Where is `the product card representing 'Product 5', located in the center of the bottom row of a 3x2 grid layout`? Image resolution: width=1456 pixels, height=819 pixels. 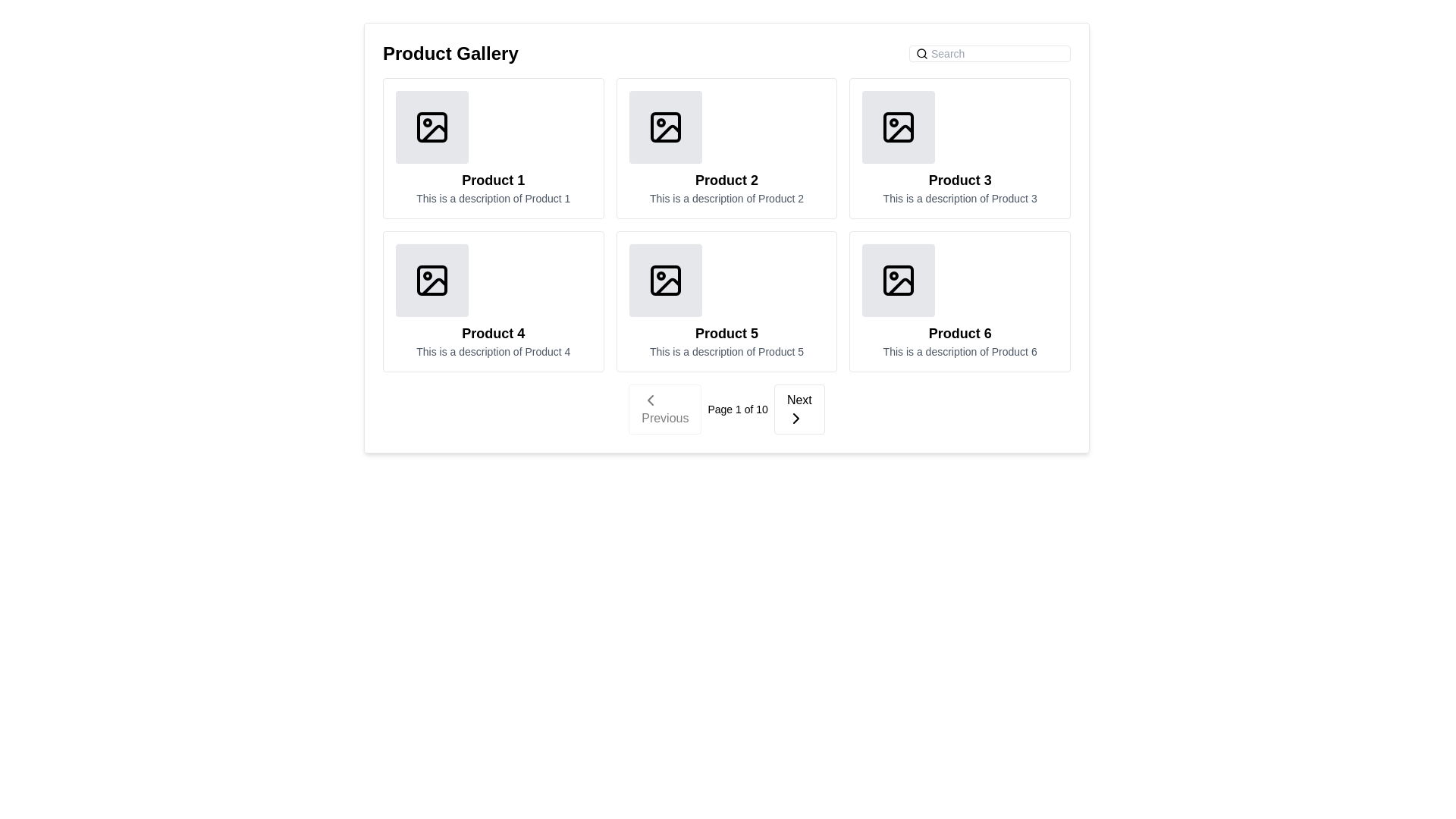 the product card representing 'Product 5', located in the center of the bottom row of a 3x2 grid layout is located at coordinates (726, 301).